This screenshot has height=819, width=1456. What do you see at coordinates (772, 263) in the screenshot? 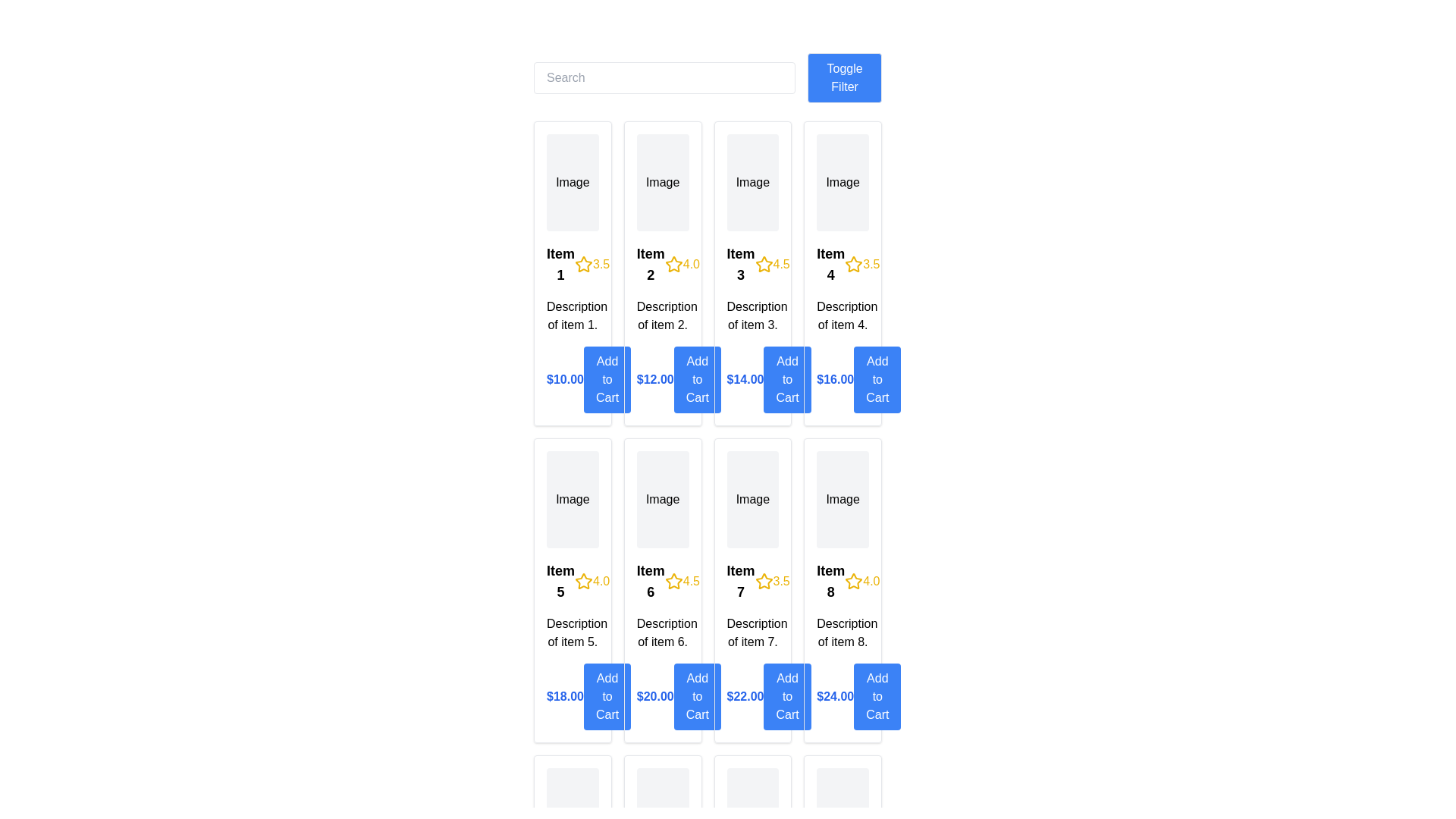
I see `the Rating display located in the third column under the 'Item 3' label, positioned to the right of the 'Item 3' text` at bounding box center [772, 263].